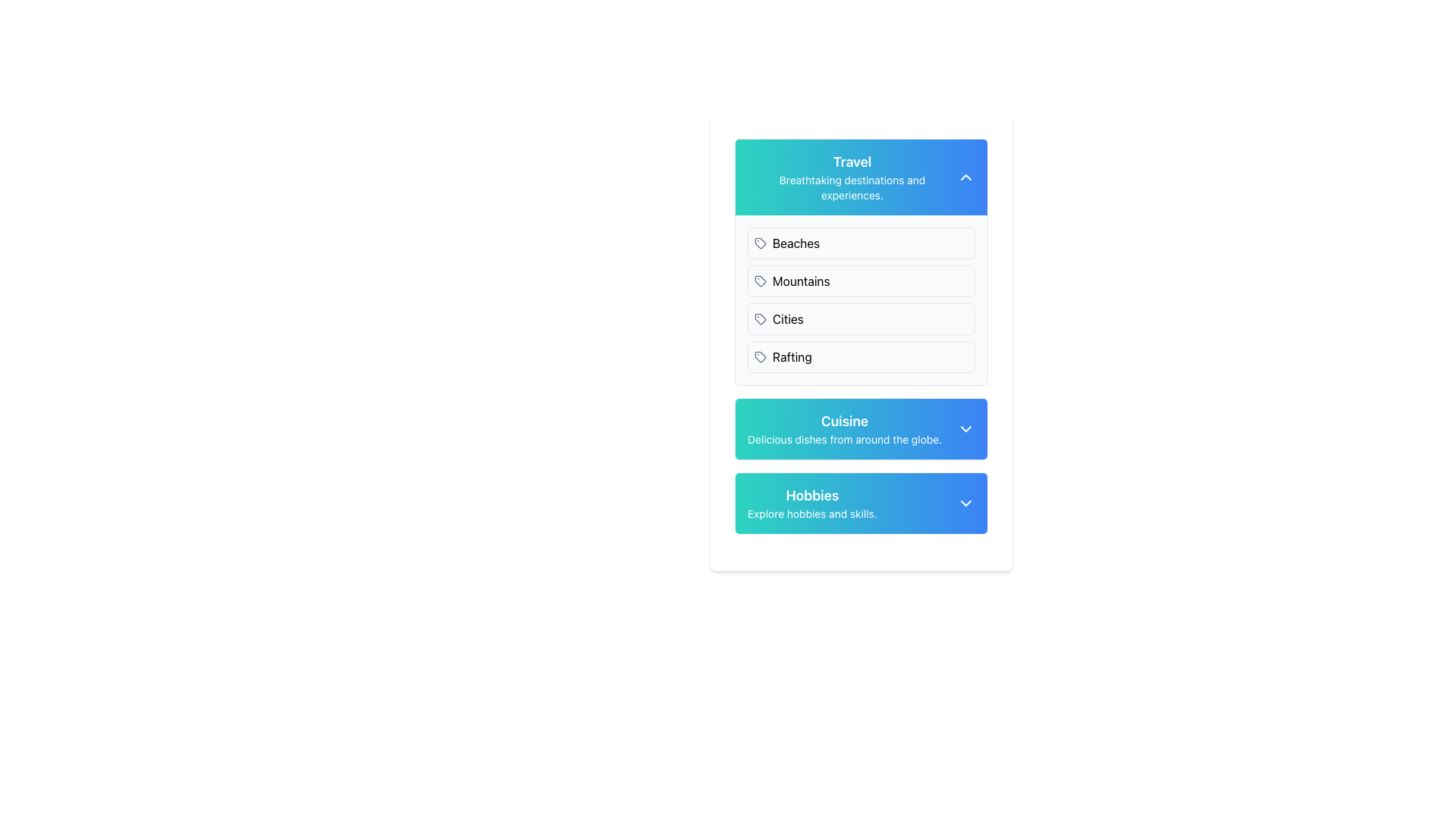 This screenshot has width=1456, height=819. I want to click on descriptive subtitle for the 'Travel' section, which is presented as static text located centrally beneath the 'Travel' title, so click(852, 187).